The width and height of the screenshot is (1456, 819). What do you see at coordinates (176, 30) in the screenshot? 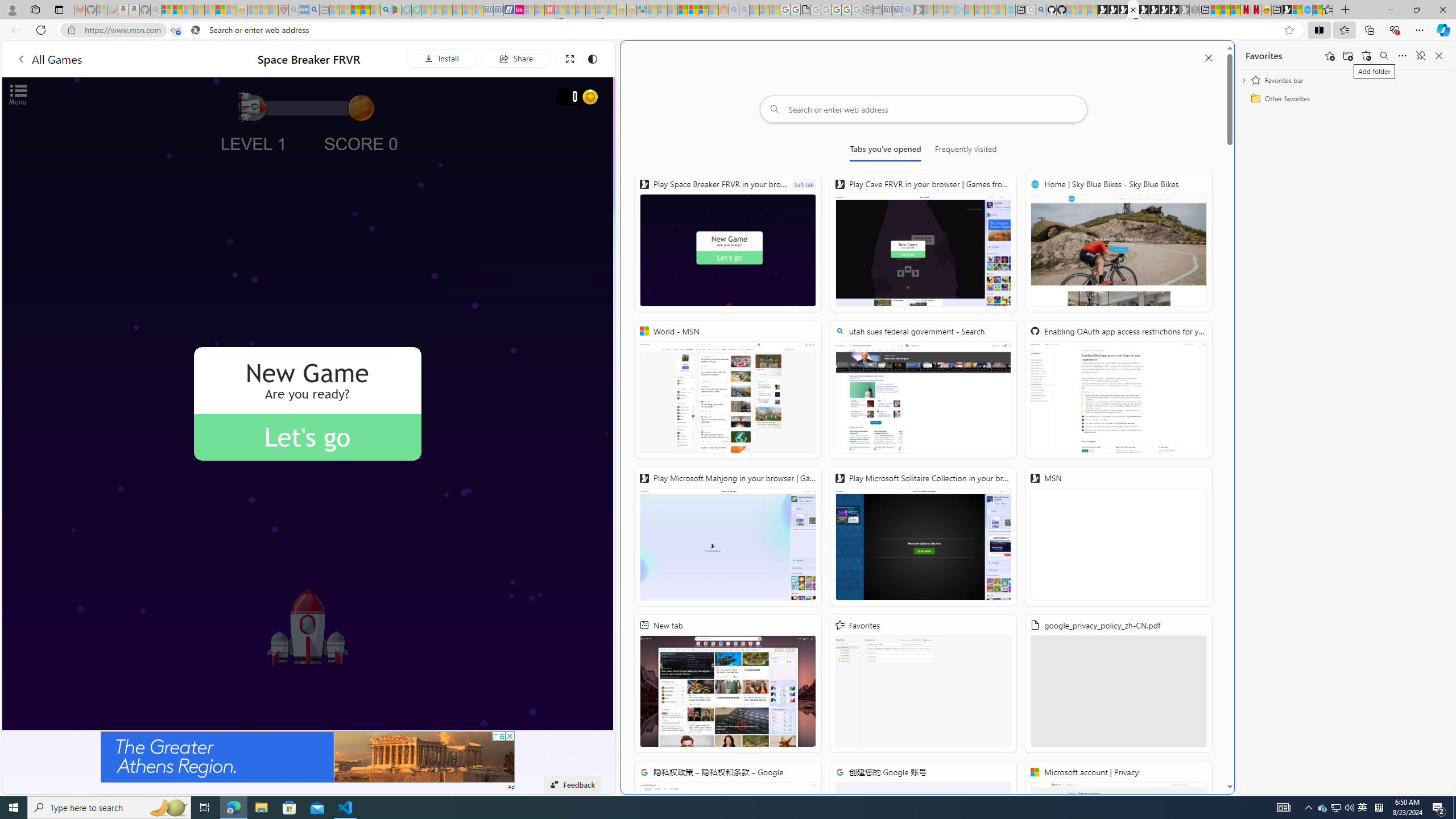
I see `'Tabs in split screen'` at bounding box center [176, 30].